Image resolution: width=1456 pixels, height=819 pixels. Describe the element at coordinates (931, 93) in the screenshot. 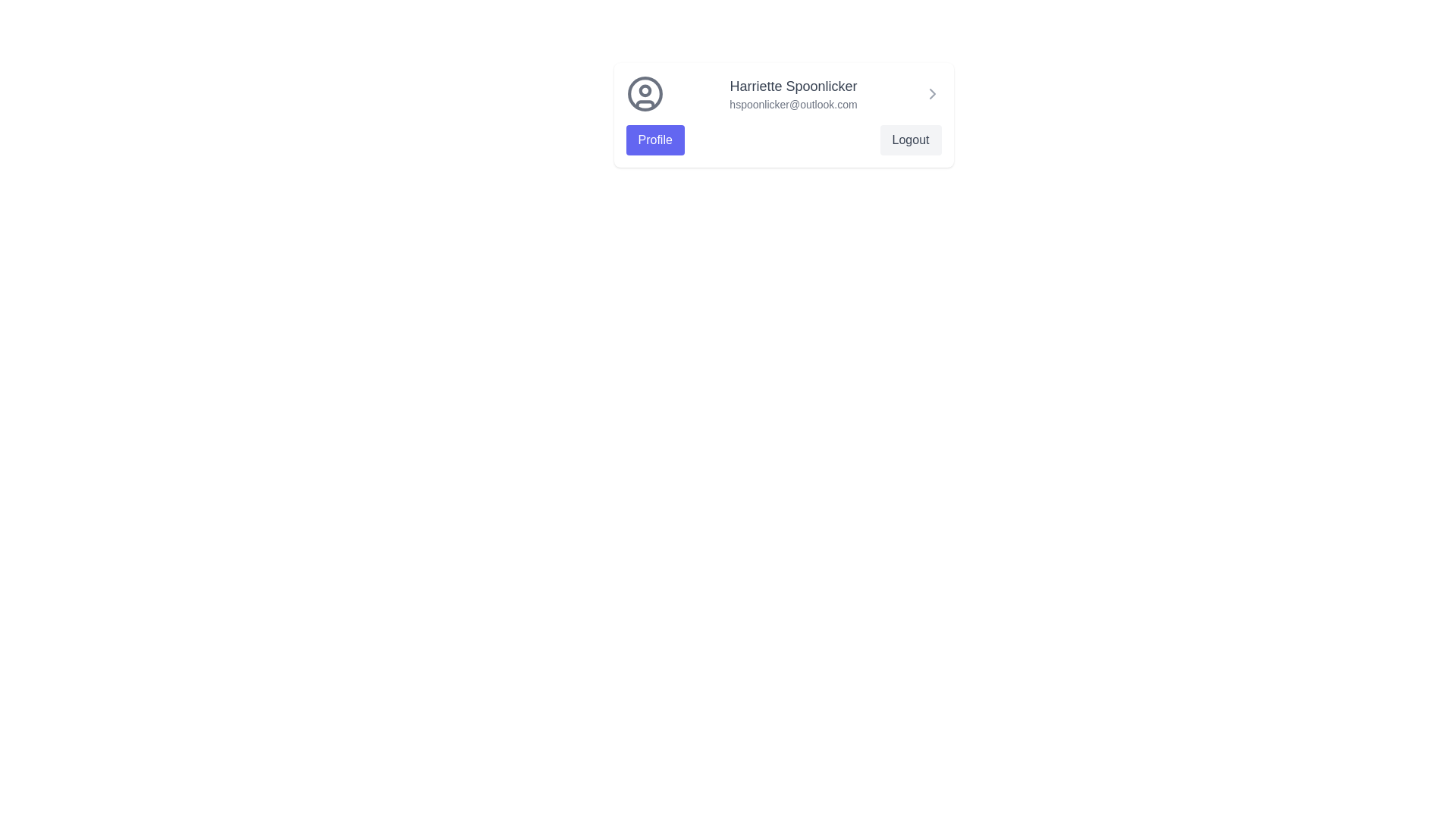

I see `the rightward-facing chevron icon used for navigation located to the right of 'Harriette Spoonlicker' and its email address` at that location.